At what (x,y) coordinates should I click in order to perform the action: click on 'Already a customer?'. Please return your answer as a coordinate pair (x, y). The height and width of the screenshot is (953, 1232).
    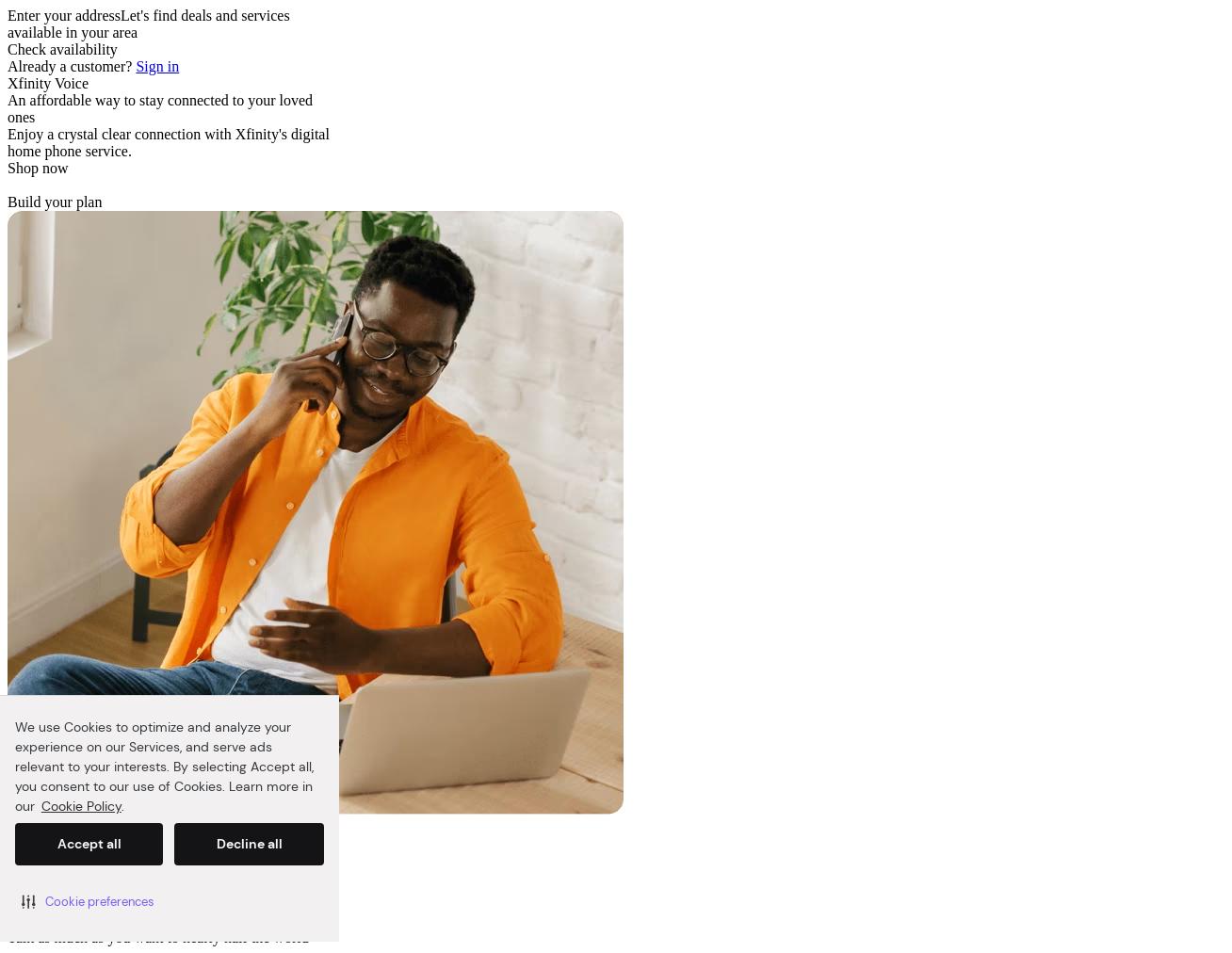
    Looking at the image, I should click on (7, 65).